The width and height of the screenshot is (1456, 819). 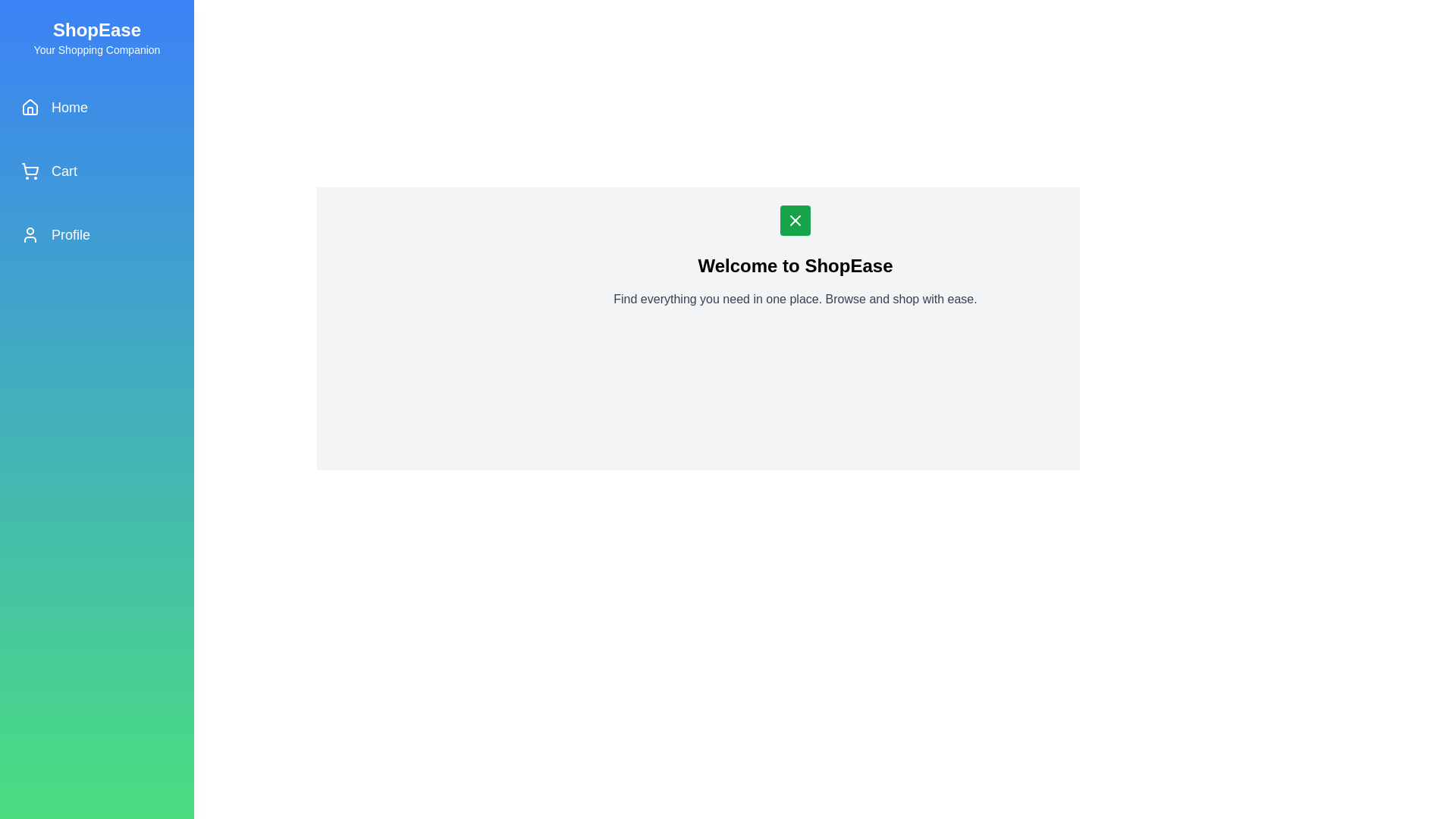 I want to click on the close icon button, which is represented by an 'X' shape with a green background, so click(x=795, y=220).